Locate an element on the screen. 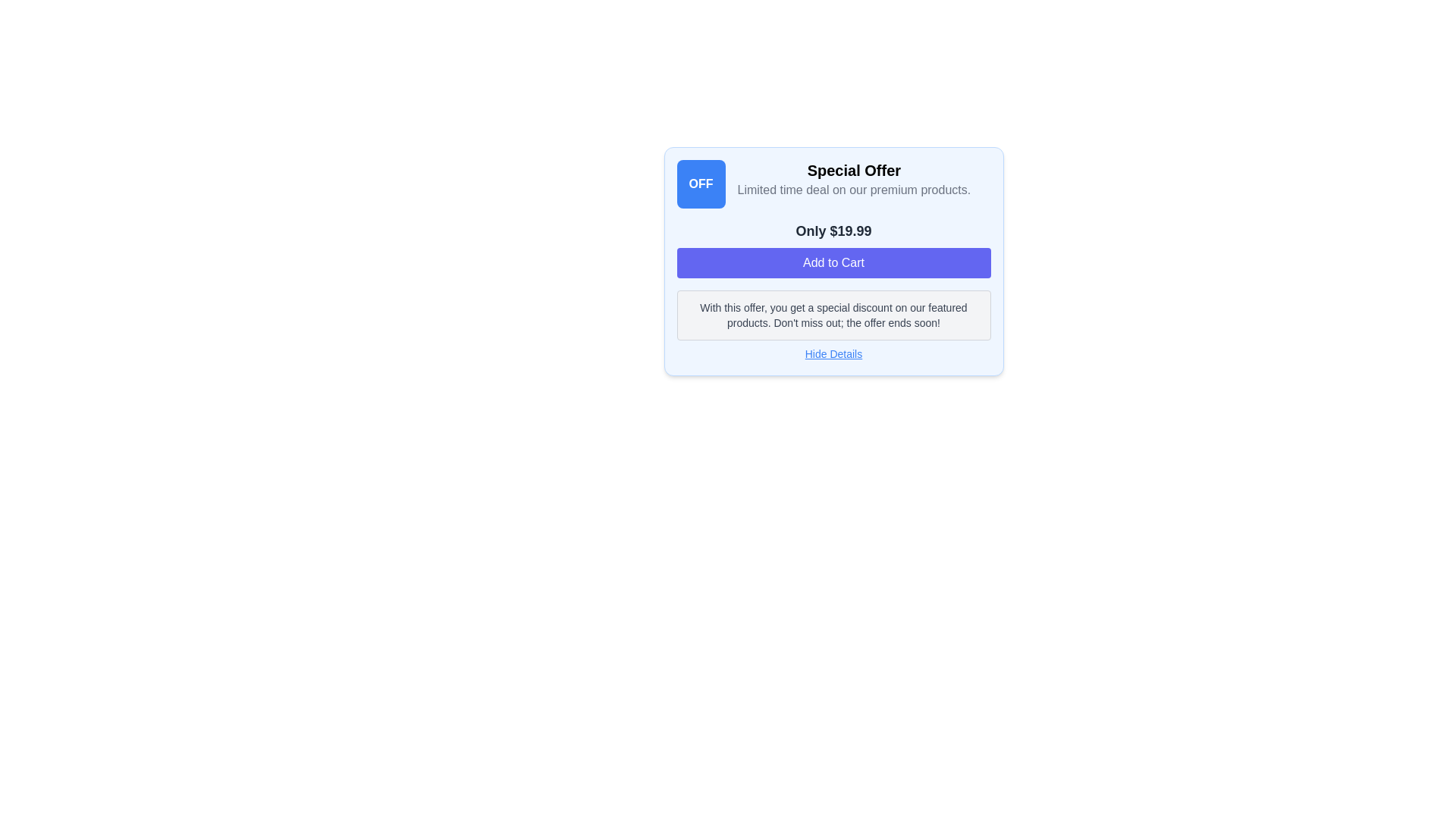  the add to cart button located below the text 'Only $19.99' in the promotional section to activate its hover effect is located at coordinates (833, 262).